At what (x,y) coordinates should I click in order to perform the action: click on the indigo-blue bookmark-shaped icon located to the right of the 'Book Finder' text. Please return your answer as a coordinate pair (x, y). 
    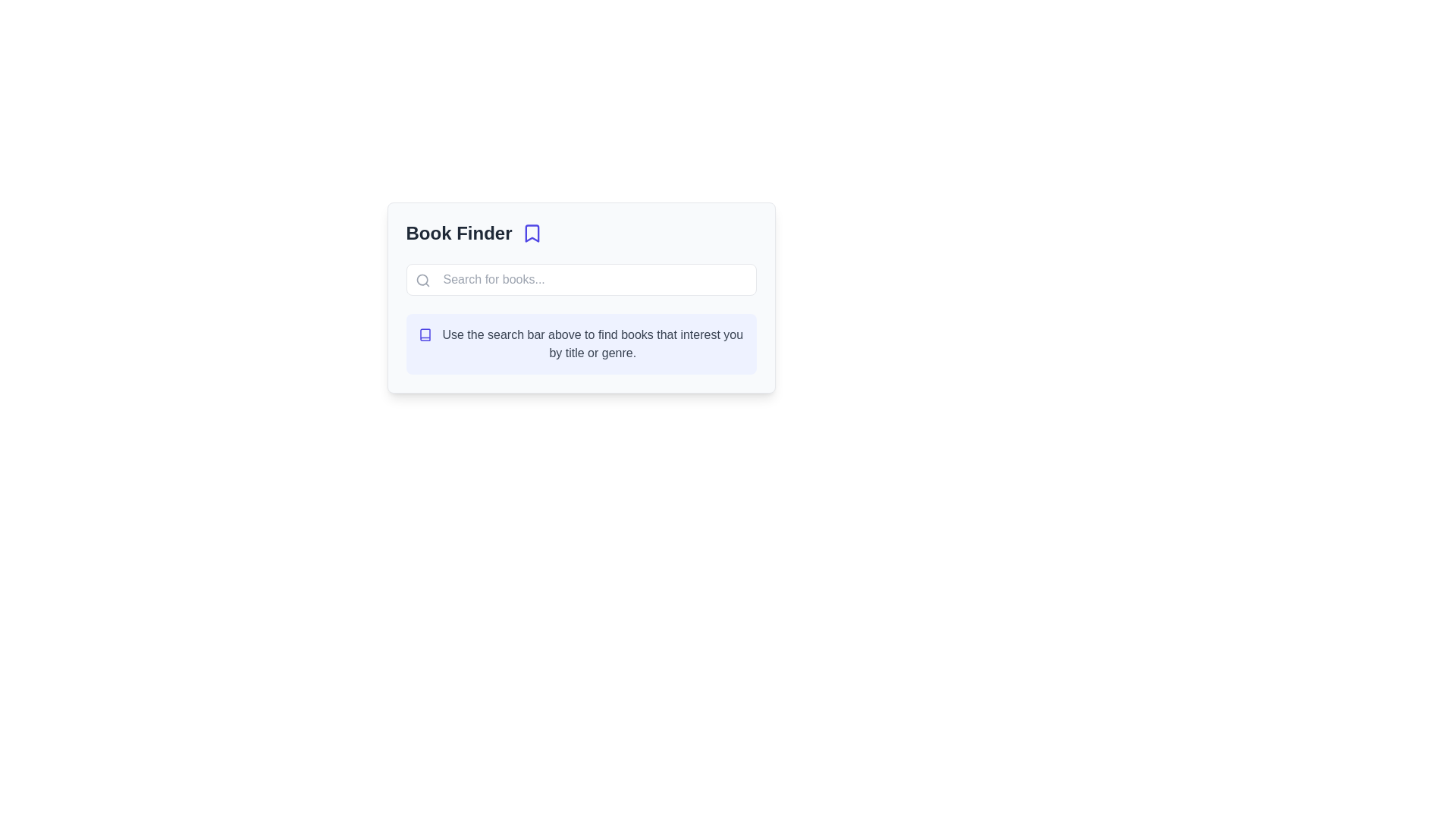
    Looking at the image, I should click on (532, 234).